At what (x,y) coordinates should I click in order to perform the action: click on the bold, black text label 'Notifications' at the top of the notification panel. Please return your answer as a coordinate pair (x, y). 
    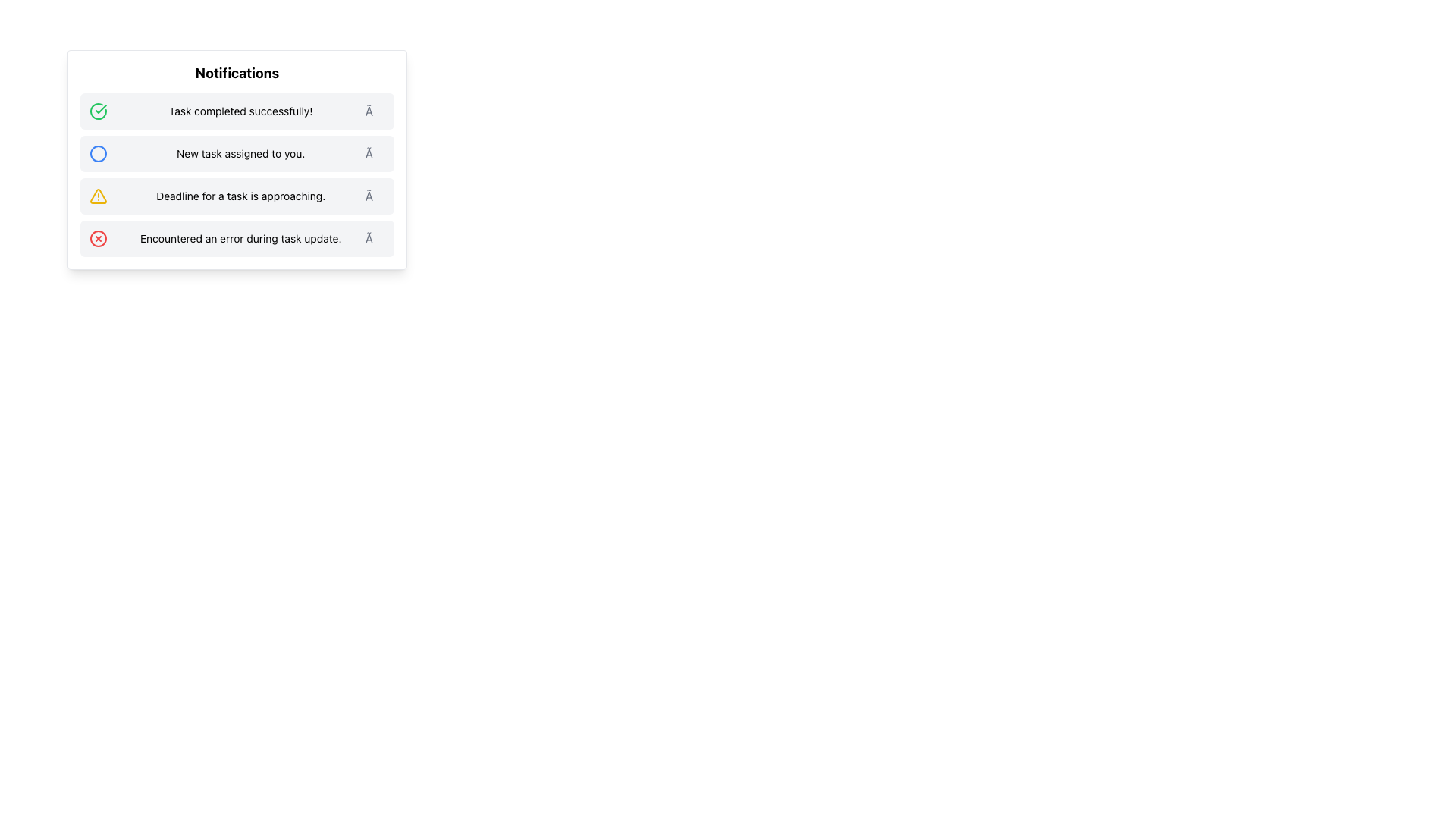
    Looking at the image, I should click on (236, 73).